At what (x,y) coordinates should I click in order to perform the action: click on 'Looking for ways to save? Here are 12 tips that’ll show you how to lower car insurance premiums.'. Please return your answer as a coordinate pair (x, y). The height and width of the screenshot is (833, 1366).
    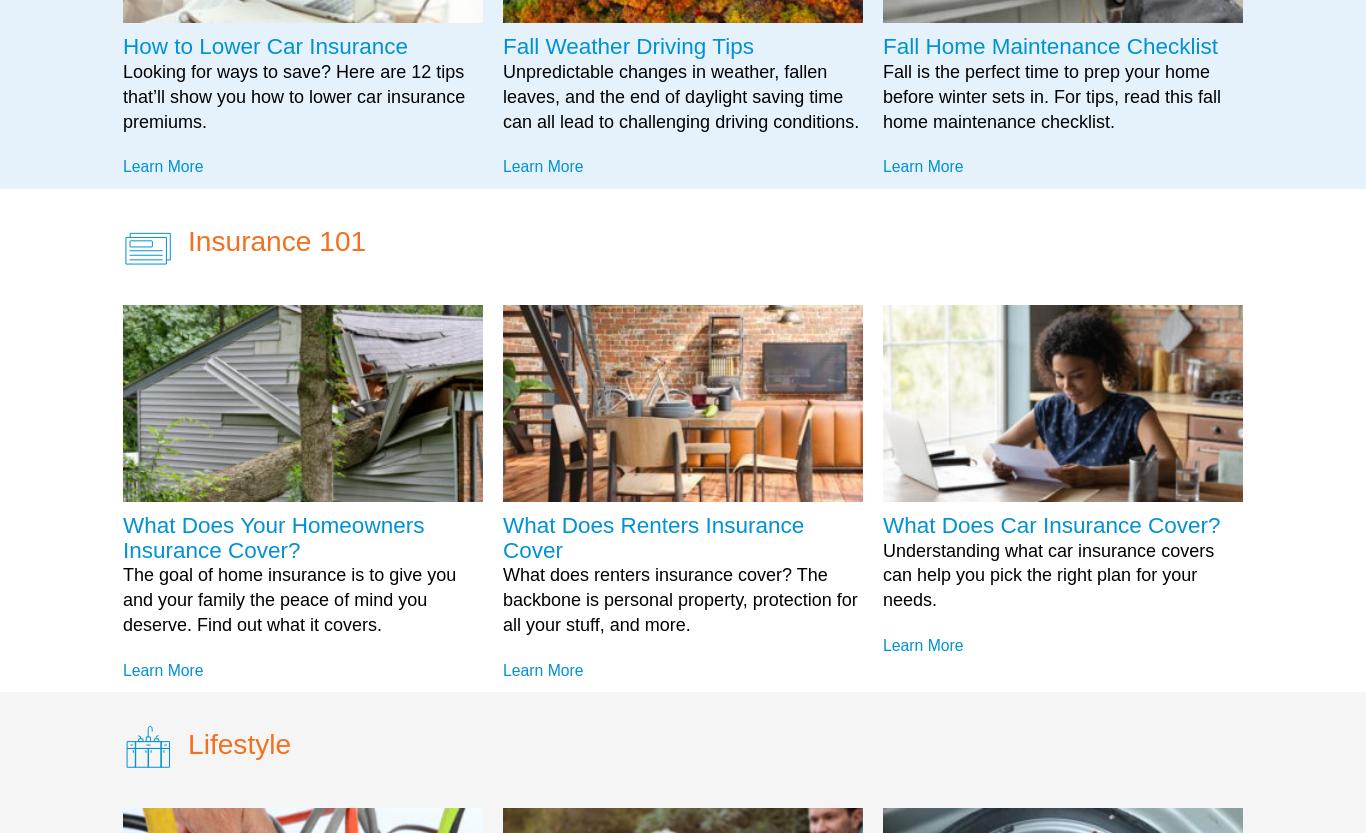
    Looking at the image, I should click on (293, 95).